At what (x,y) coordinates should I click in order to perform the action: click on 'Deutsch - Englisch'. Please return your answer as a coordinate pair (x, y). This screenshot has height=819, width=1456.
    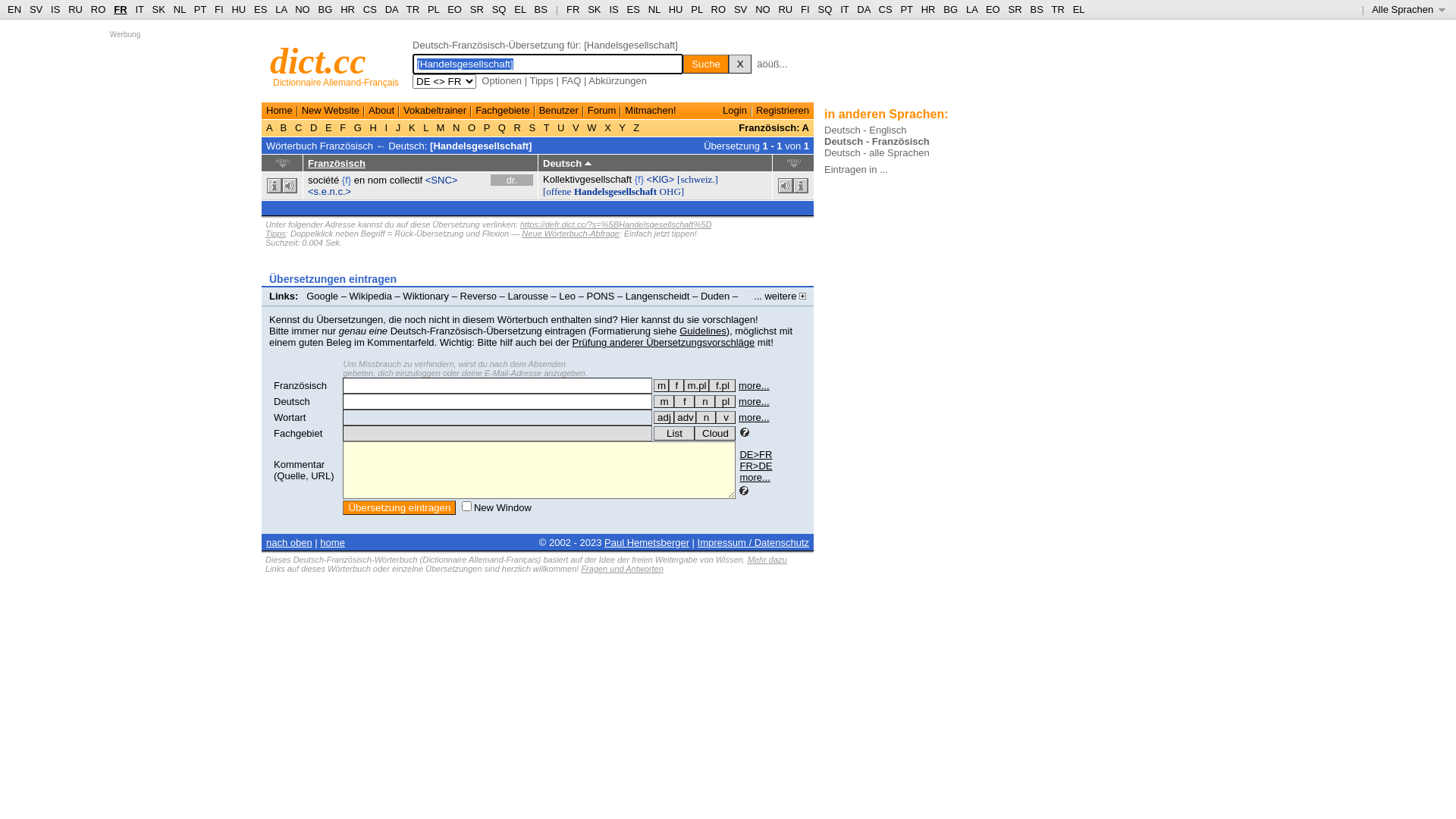
    Looking at the image, I should click on (865, 129).